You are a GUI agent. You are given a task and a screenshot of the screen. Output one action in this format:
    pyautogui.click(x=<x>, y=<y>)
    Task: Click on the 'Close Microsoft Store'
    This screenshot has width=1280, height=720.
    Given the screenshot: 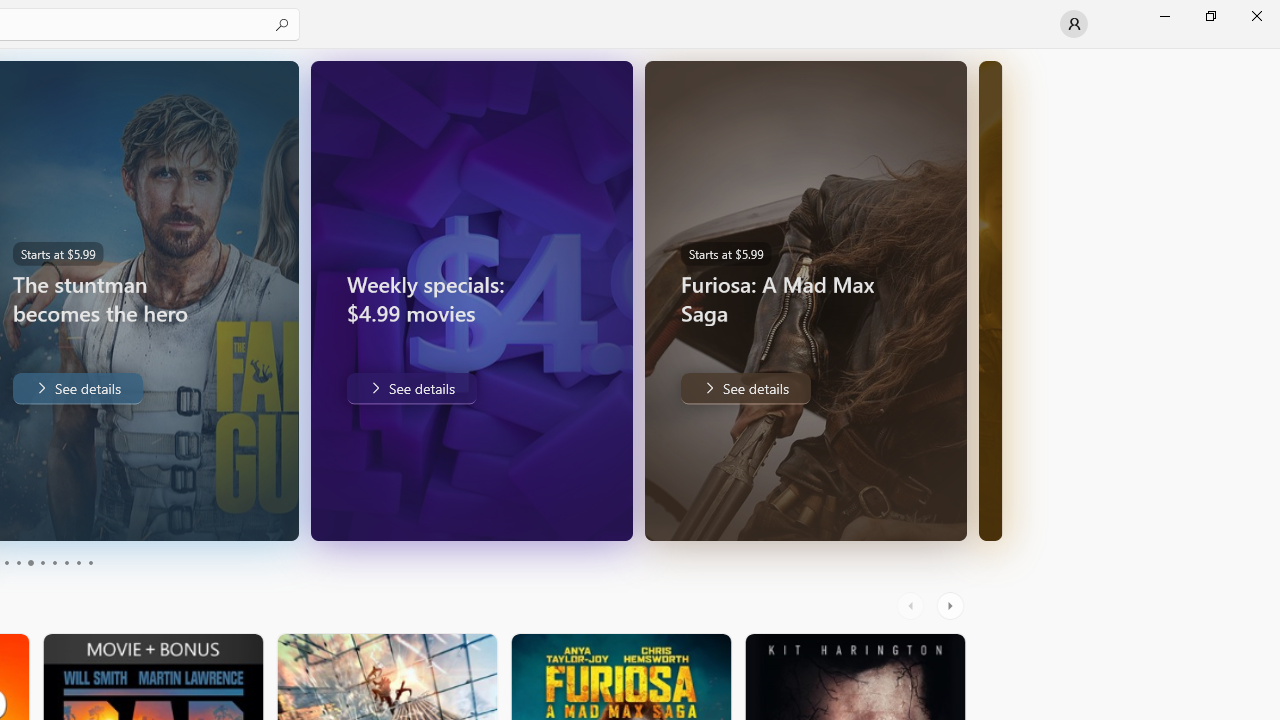 What is the action you would take?
    pyautogui.click(x=1255, y=15)
    